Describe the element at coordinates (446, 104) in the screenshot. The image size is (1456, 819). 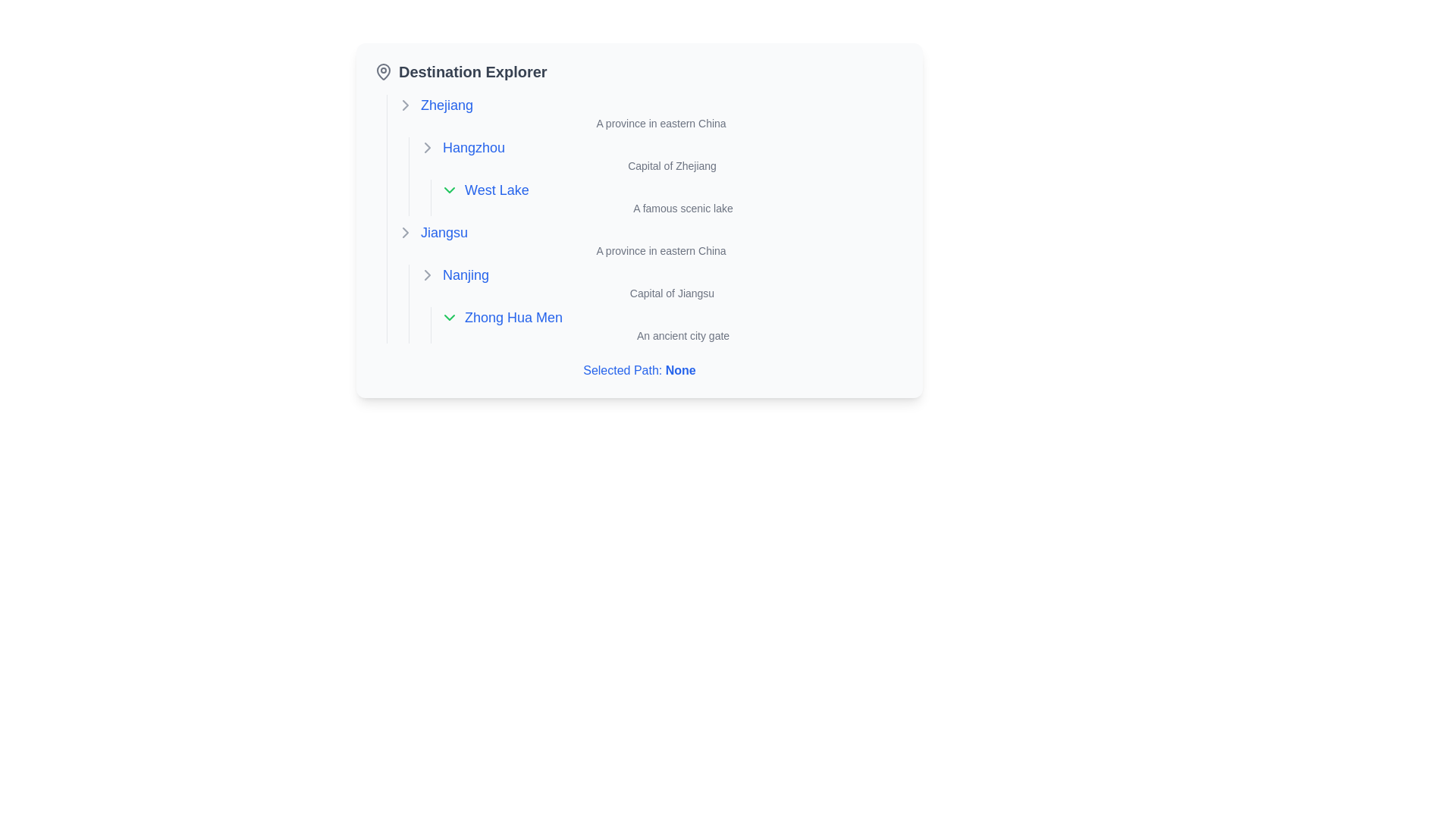
I see `the bold blue hyperlink labeled 'Zhejiang' in the 'Destination Explorer' section` at that location.